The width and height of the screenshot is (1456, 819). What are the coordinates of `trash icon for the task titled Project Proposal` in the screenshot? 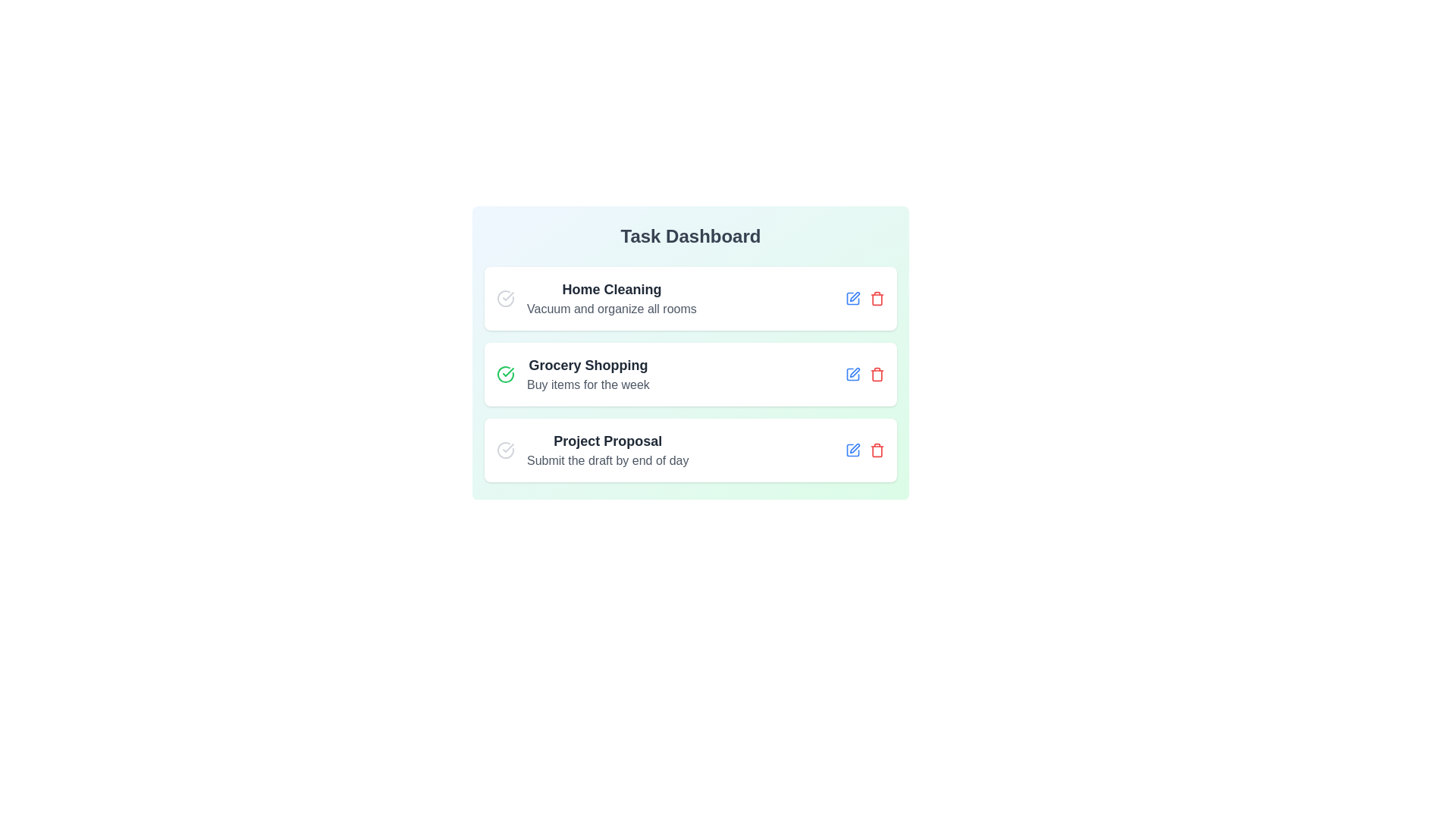 It's located at (877, 450).